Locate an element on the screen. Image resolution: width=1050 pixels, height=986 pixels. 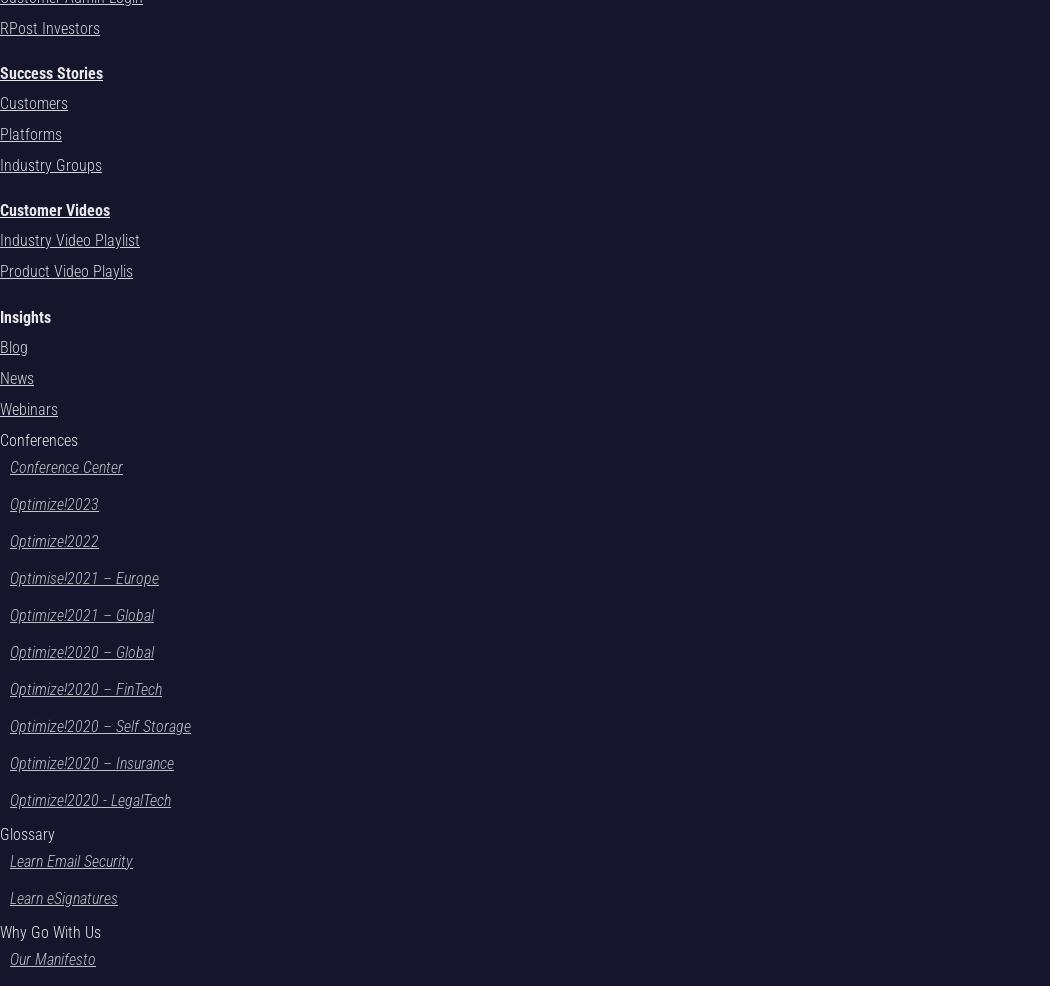
'Optimize!2020 – FinTech' is located at coordinates (85, 687).